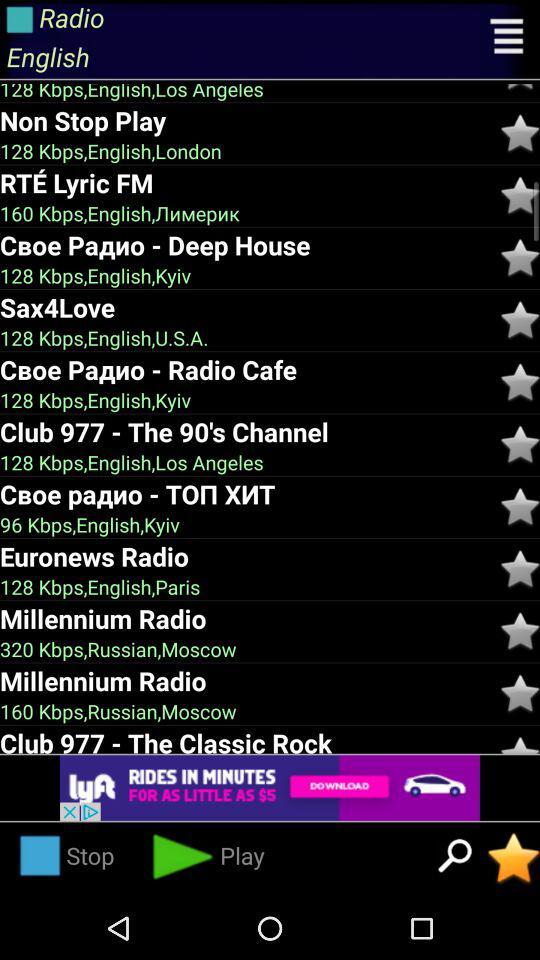  Describe the element at coordinates (520, 195) in the screenshot. I see `to favourites` at that location.